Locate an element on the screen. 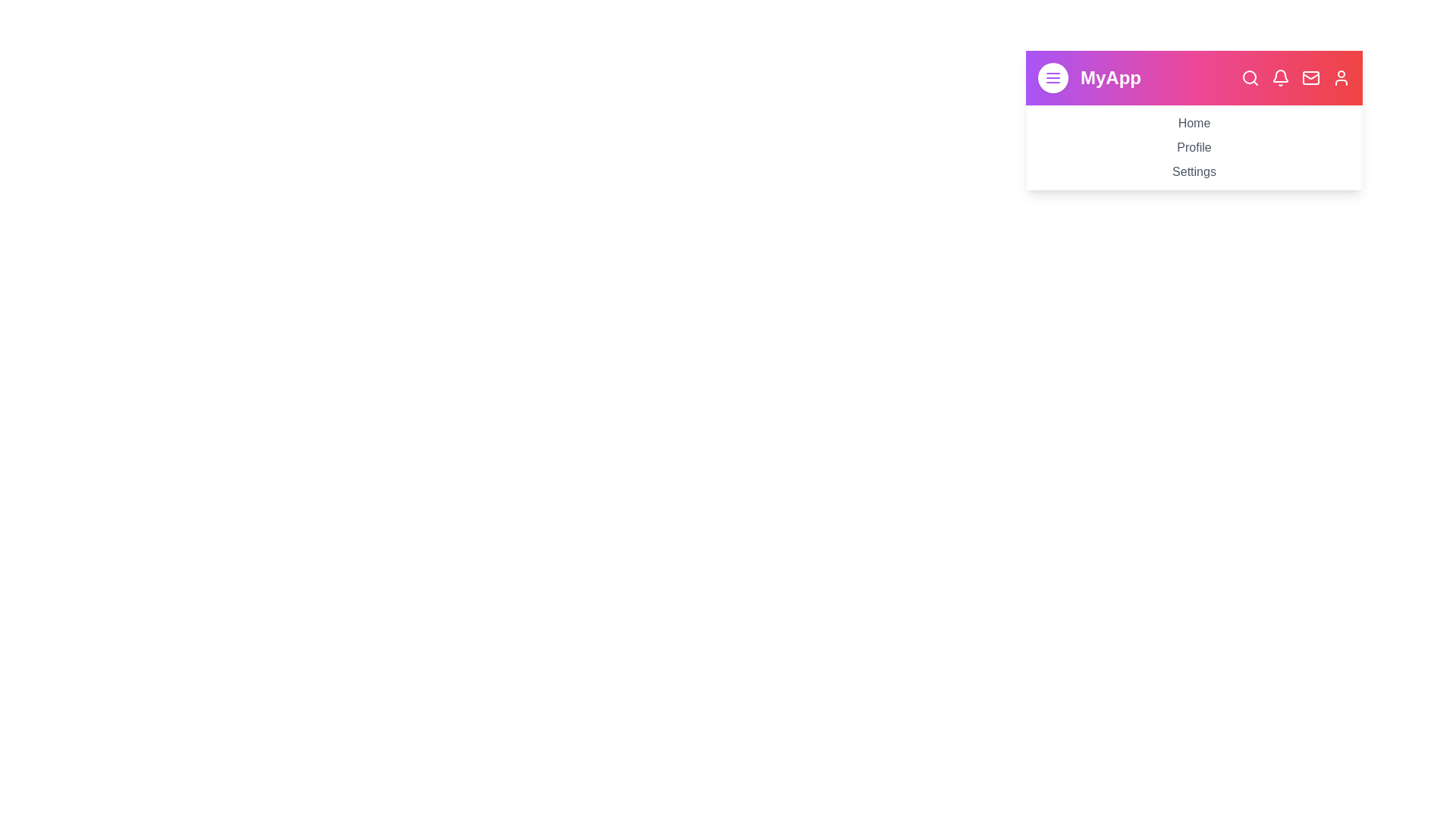 The height and width of the screenshot is (819, 1456). the navigation bar icon corresponding to Profile is located at coordinates (1341, 78).